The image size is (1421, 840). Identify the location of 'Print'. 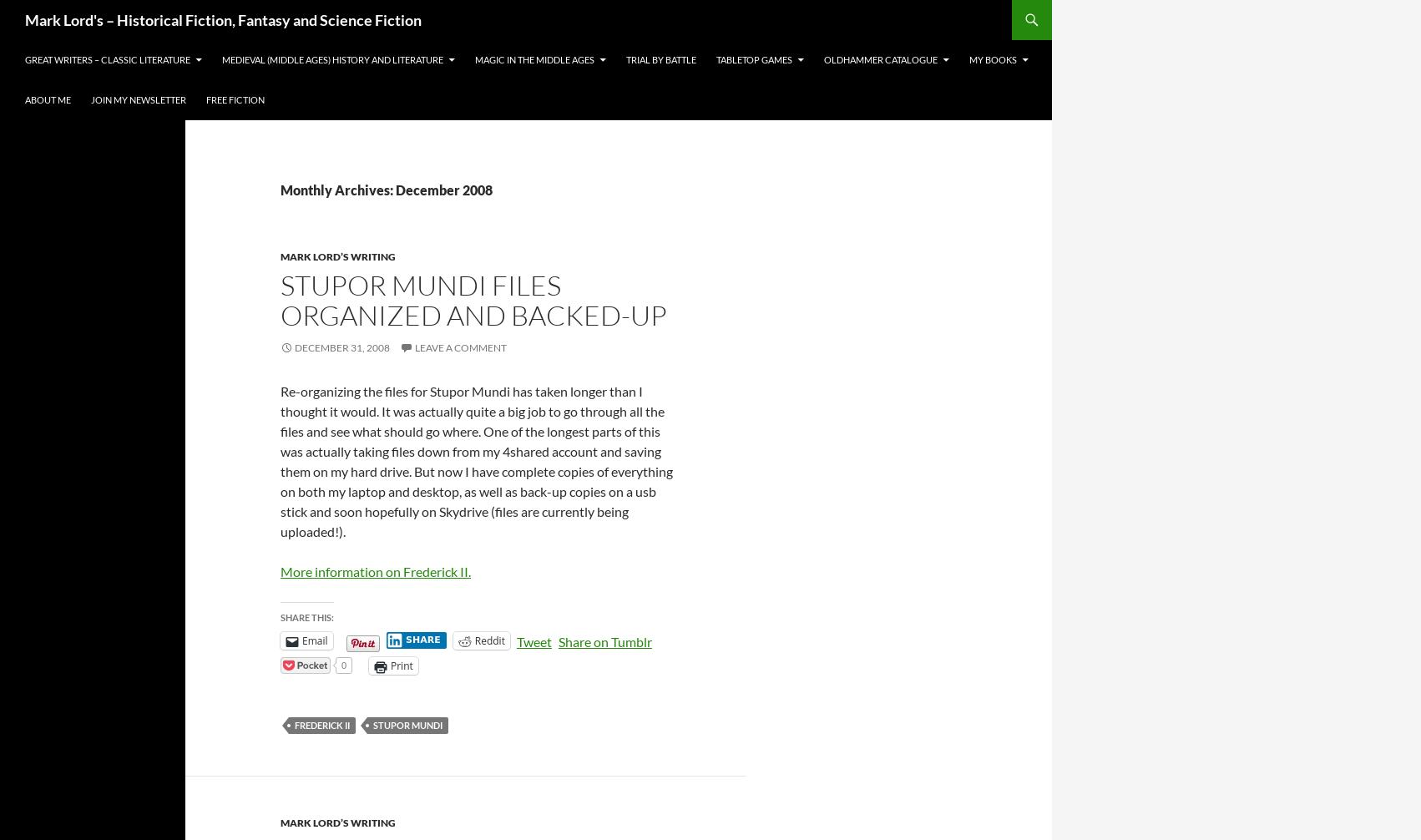
(400, 665).